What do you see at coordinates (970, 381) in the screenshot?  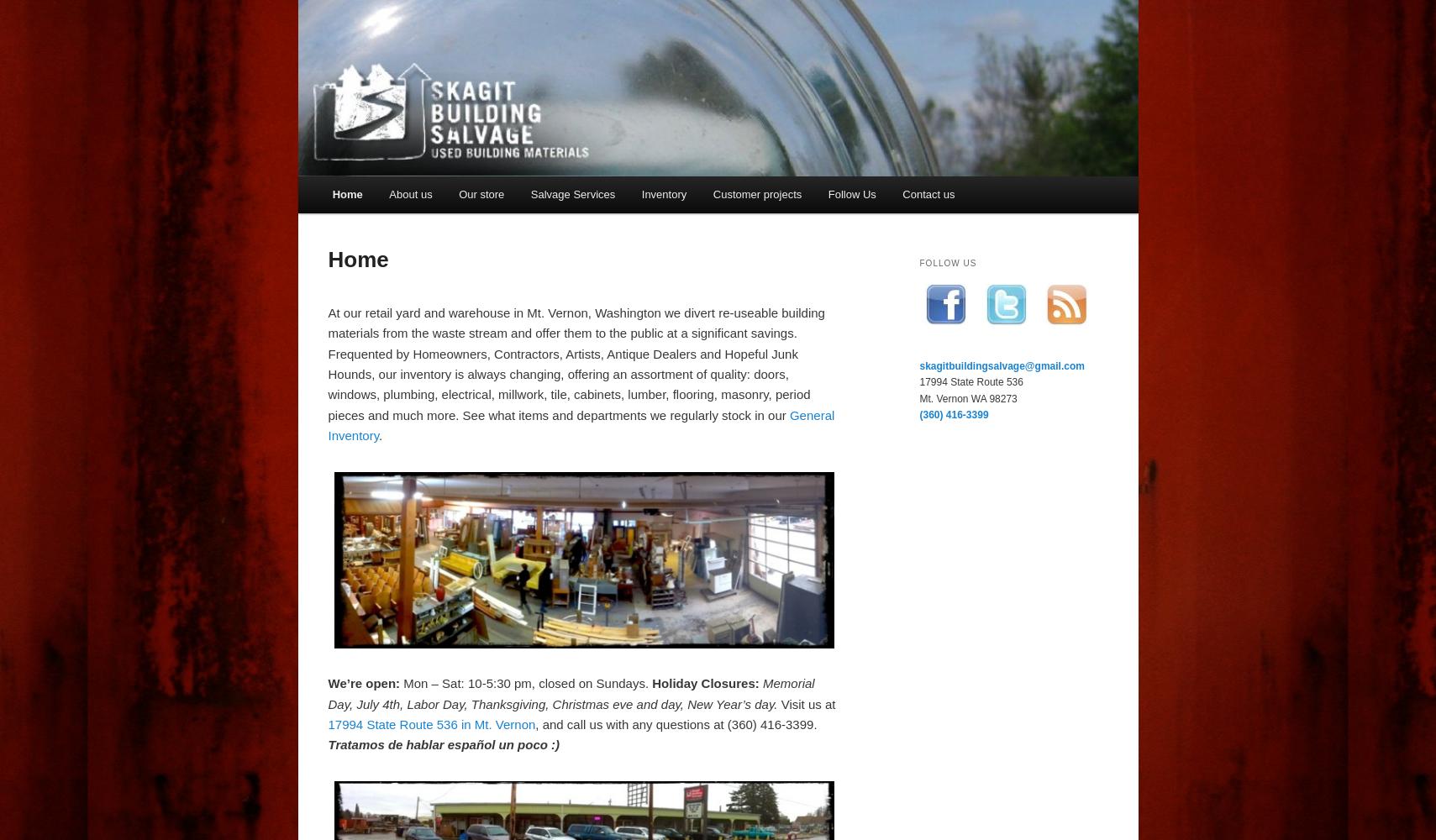 I see `'17994 State Route 536'` at bounding box center [970, 381].